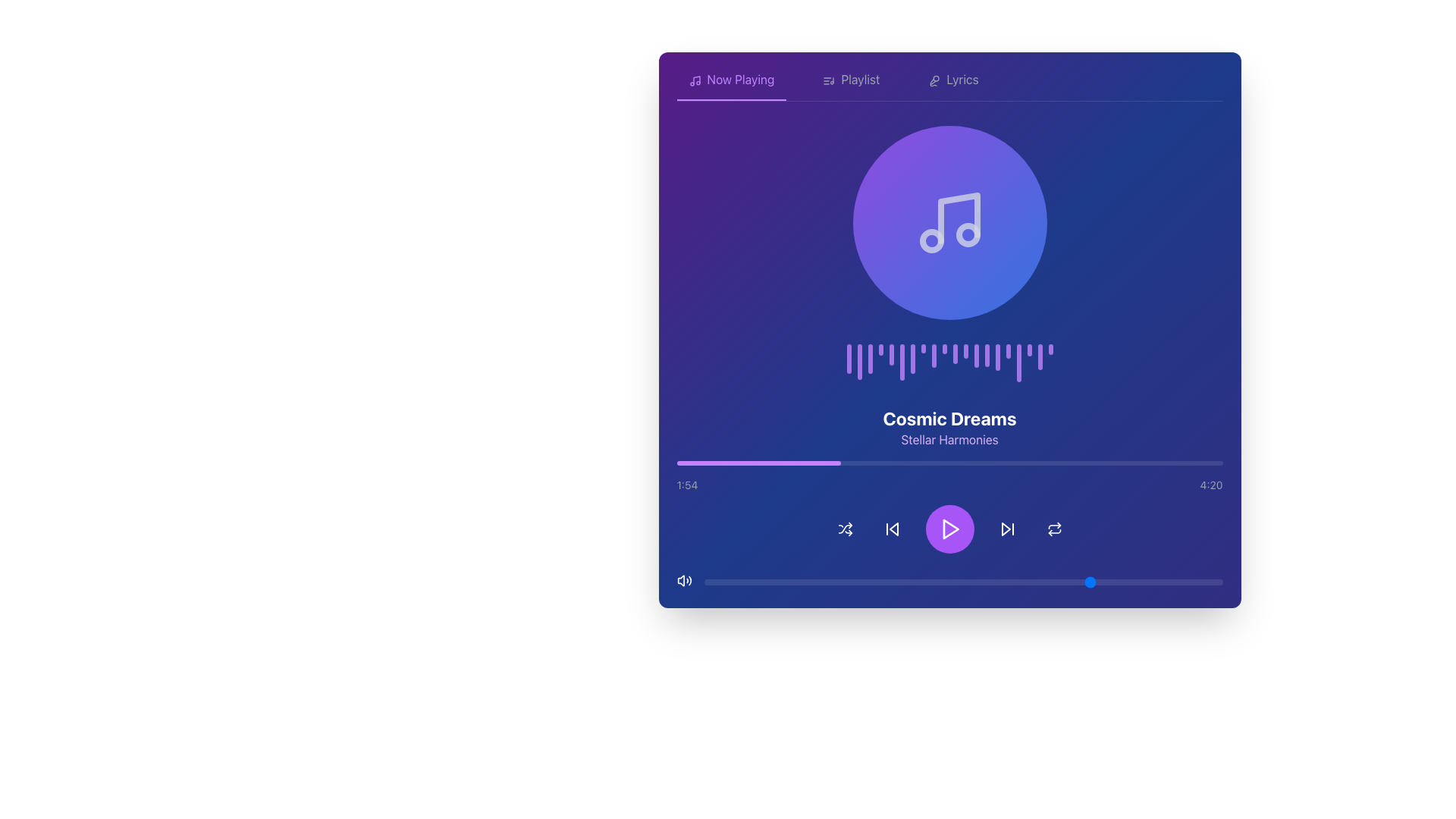 This screenshot has height=819, width=1456. I want to click on playback progress, so click(677, 462).